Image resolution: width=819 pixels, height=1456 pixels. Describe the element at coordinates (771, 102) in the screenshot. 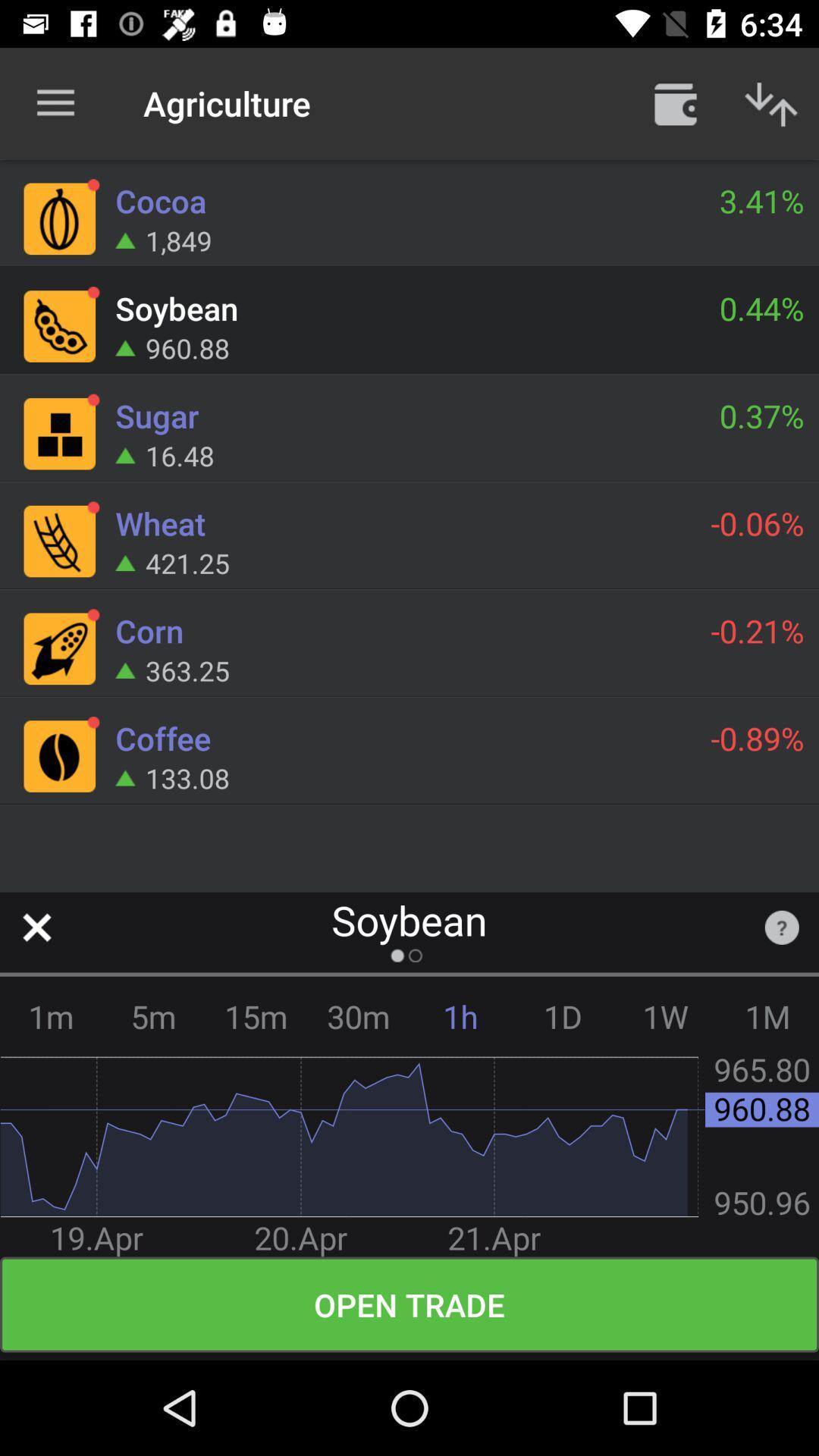

I see `up or down` at that location.